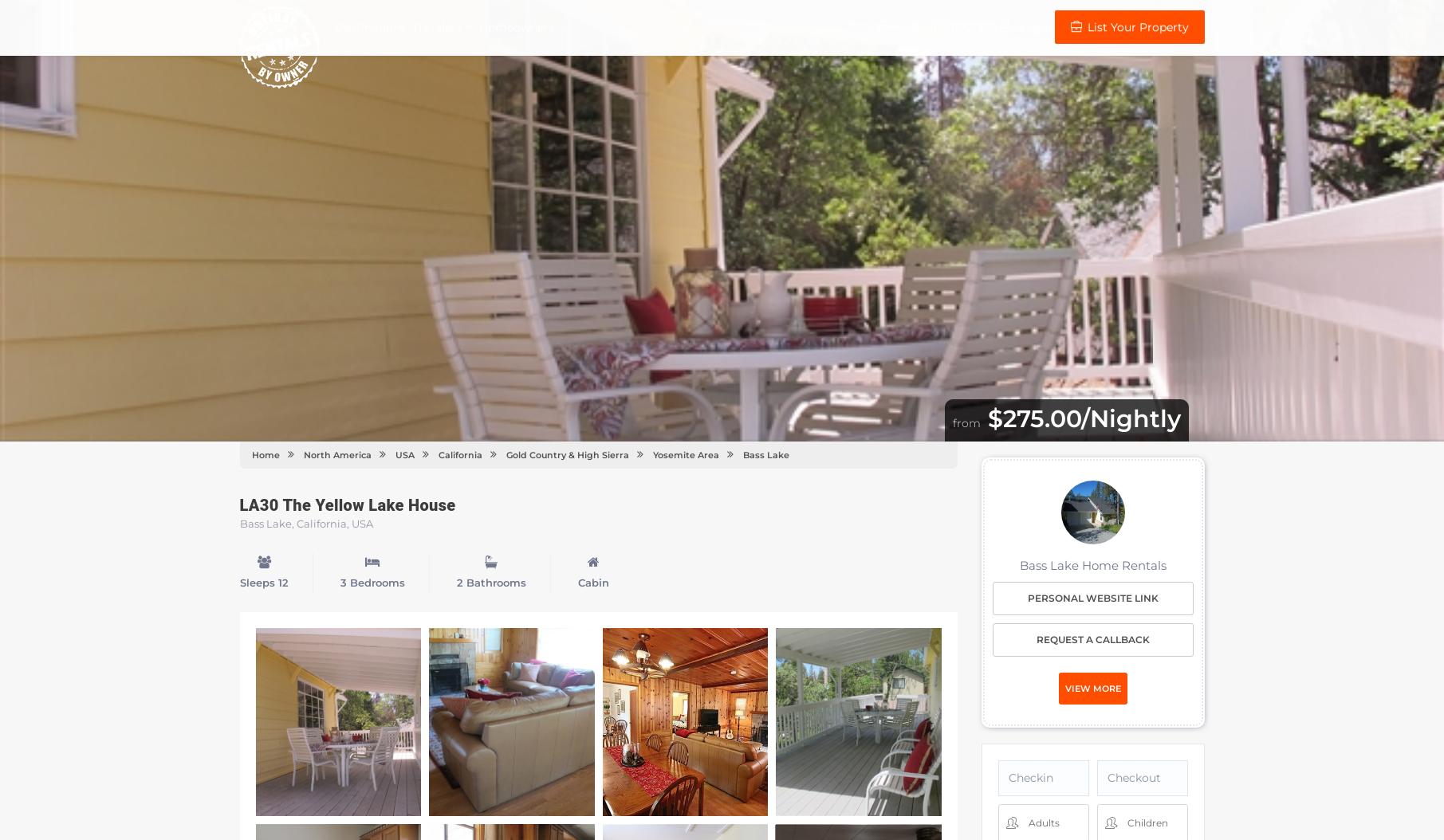 Image resolution: width=1444 pixels, height=840 pixels. Describe the element at coordinates (347, 504) in the screenshot. I see `'LA30 The Yellow Lake House'` at that location.